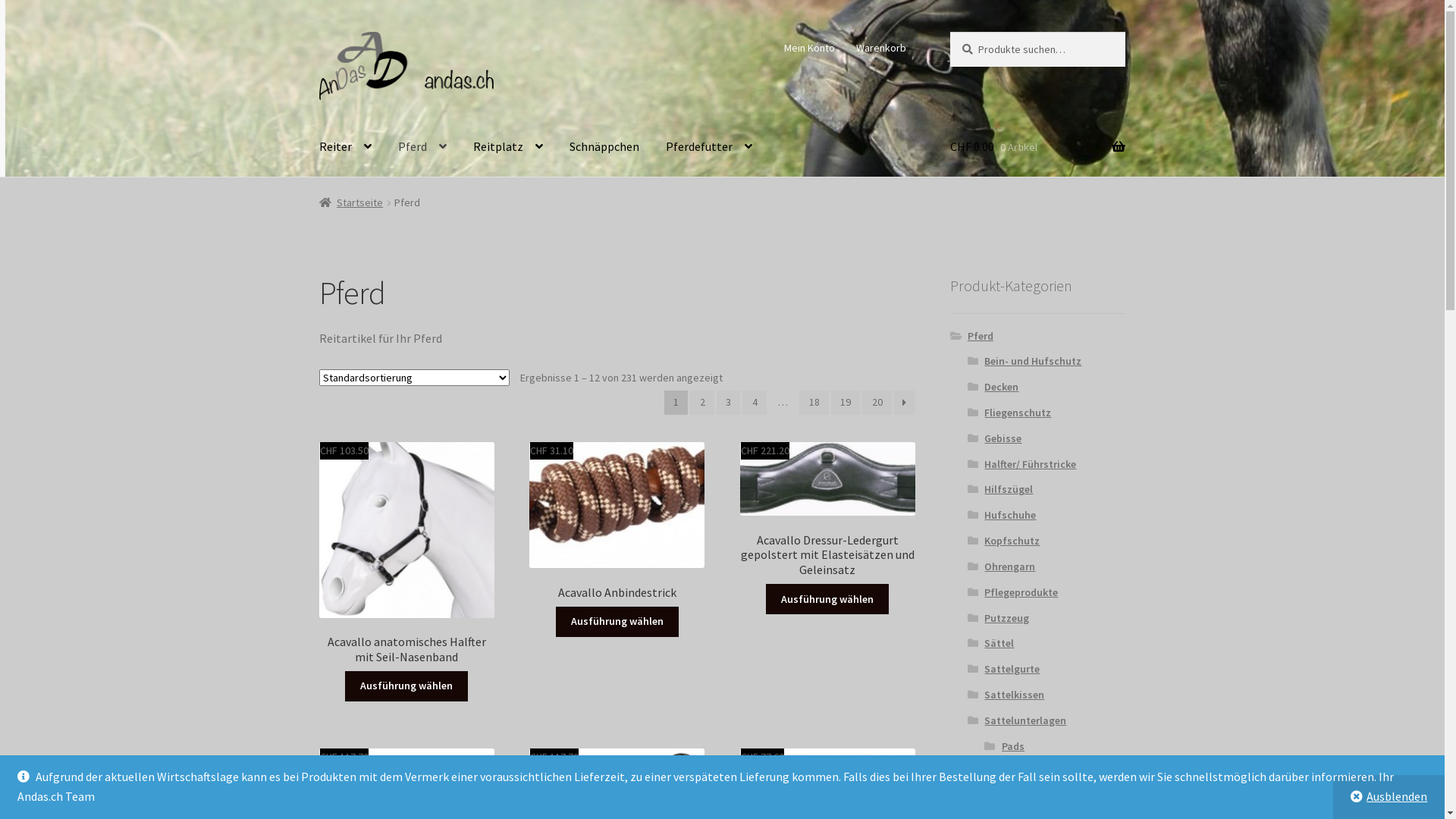 The width and height of the screenshot is (1456, 819). I want to click on 'Hufschuhe', so click(1009, 513).